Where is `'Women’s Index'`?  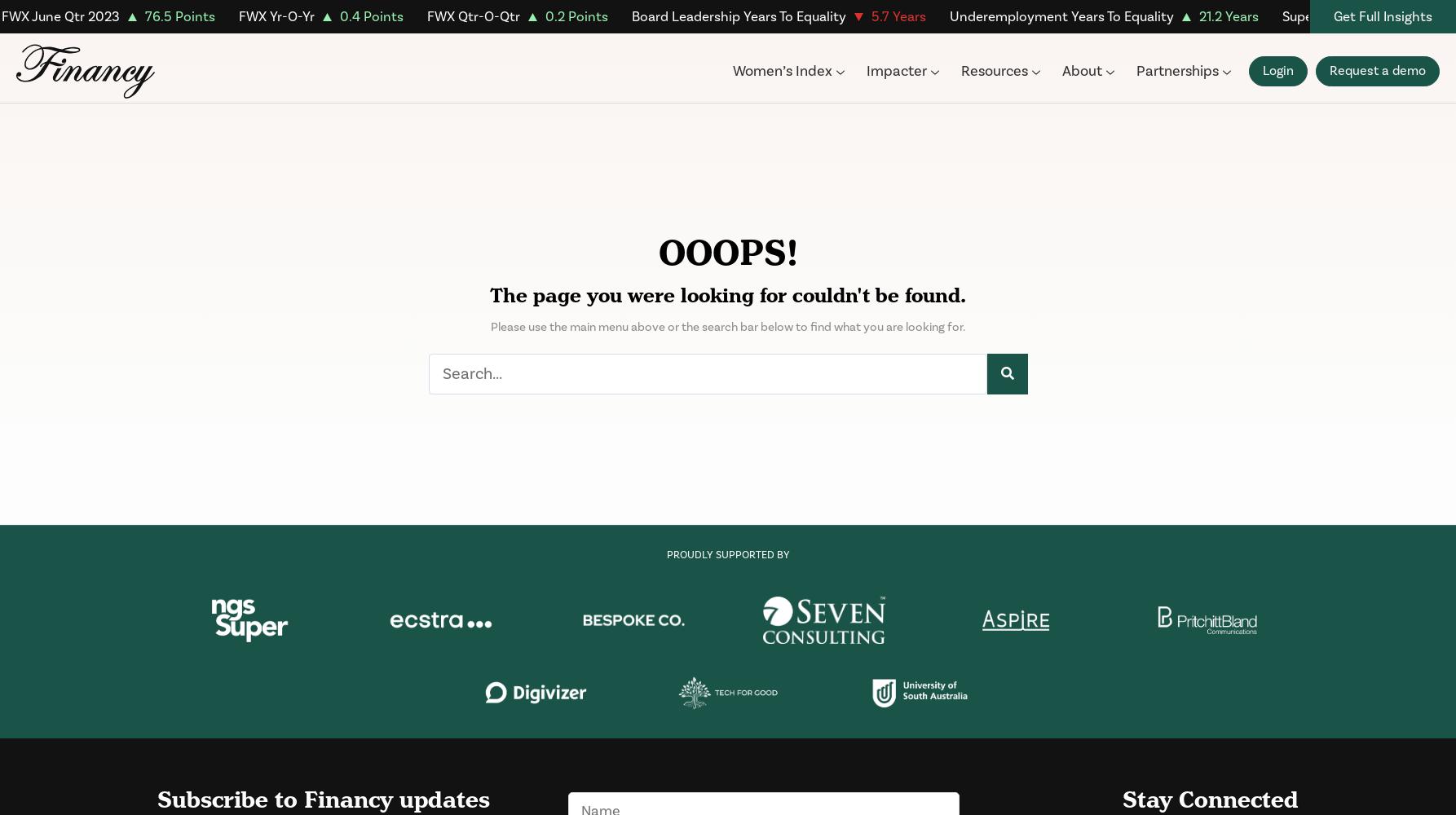 'Women’s Index' is located at coordinates (782, 70).